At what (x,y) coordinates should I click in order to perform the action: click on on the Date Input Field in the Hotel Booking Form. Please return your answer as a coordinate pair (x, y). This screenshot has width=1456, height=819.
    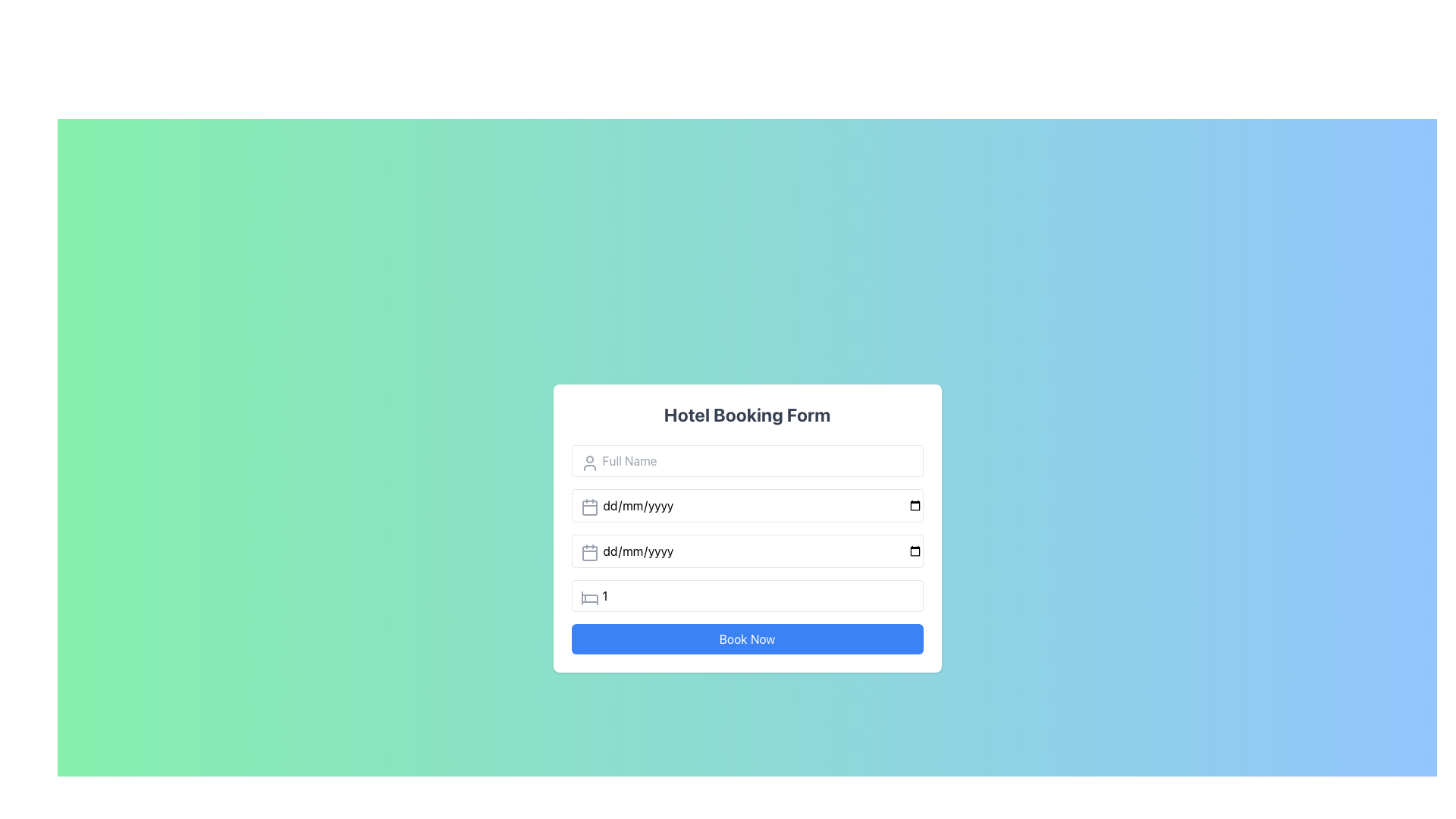
    Looking at the image, I should click on (747, 506).